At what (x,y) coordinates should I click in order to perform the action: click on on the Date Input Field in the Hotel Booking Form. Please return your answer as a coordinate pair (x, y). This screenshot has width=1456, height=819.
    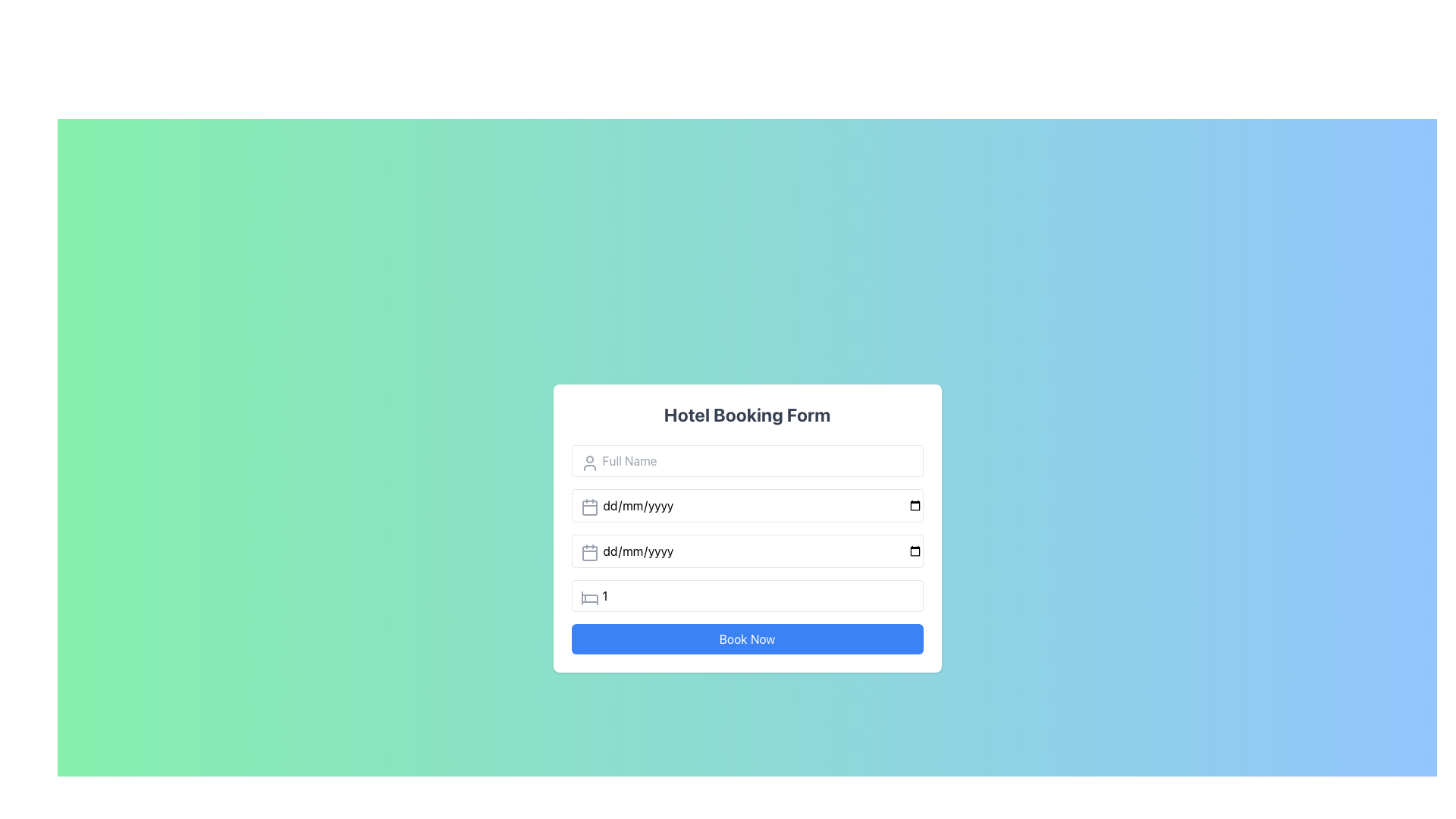
    Looking at the image, I should click on (747, 506).